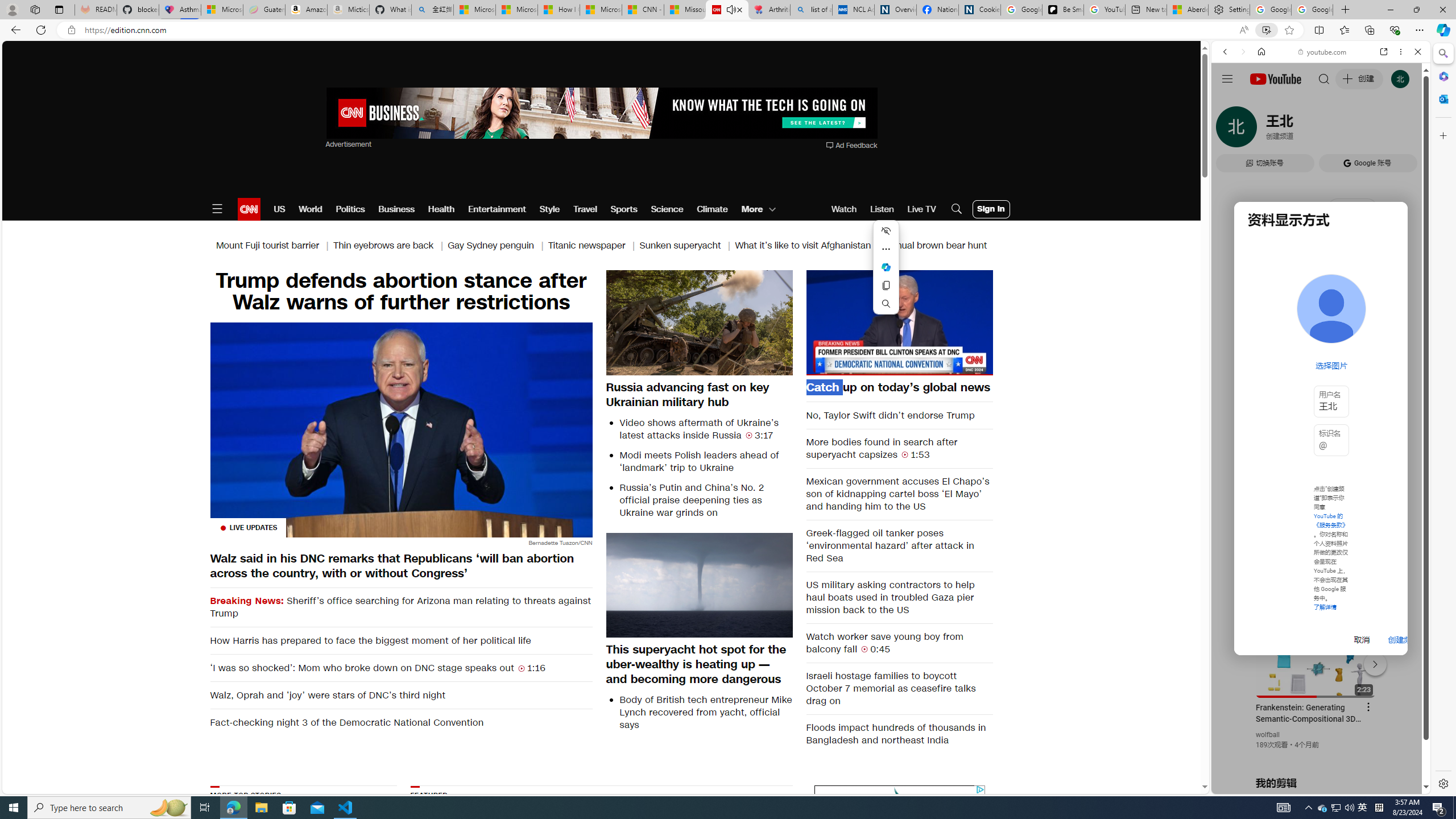 Image resolution: width=1456 pixels, height=819 pixels. Describe the element at coordinates (886, 266) in the screenshot. I see `'Mini menu on text selection'` at that location.